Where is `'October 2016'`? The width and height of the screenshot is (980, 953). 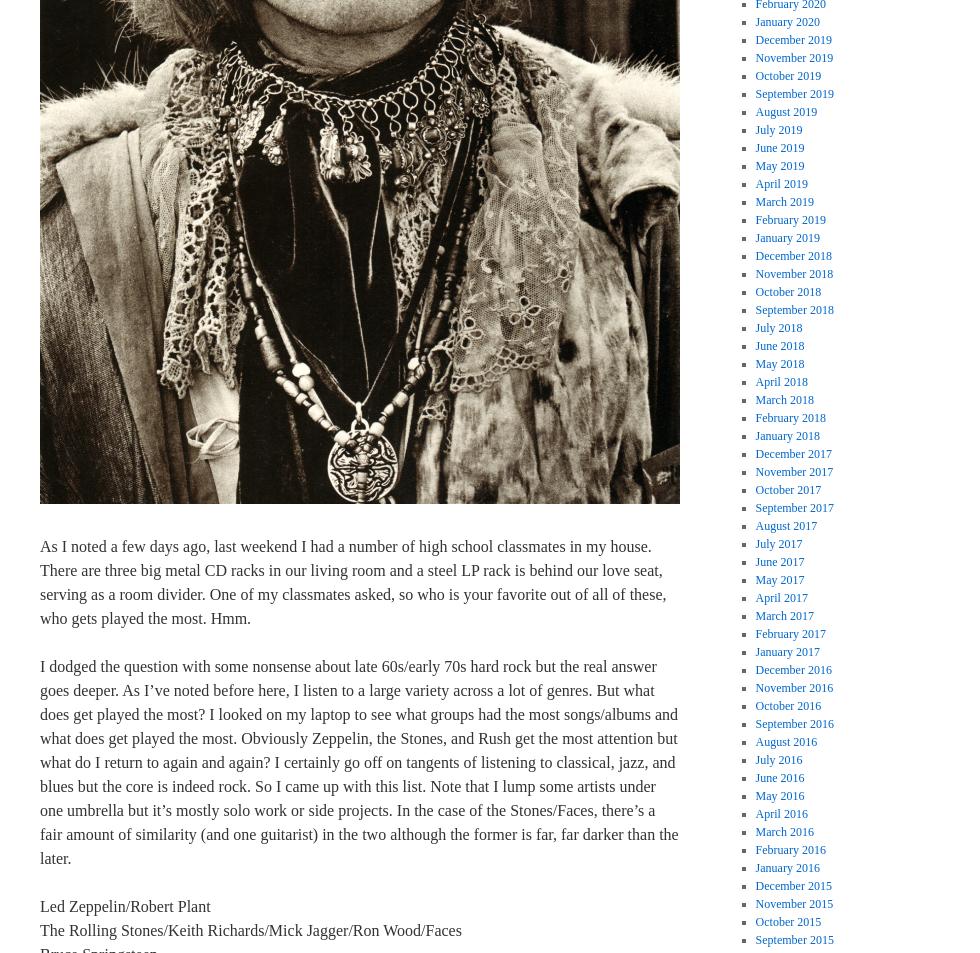 'October 2016' is located at coordinates (754, 705).